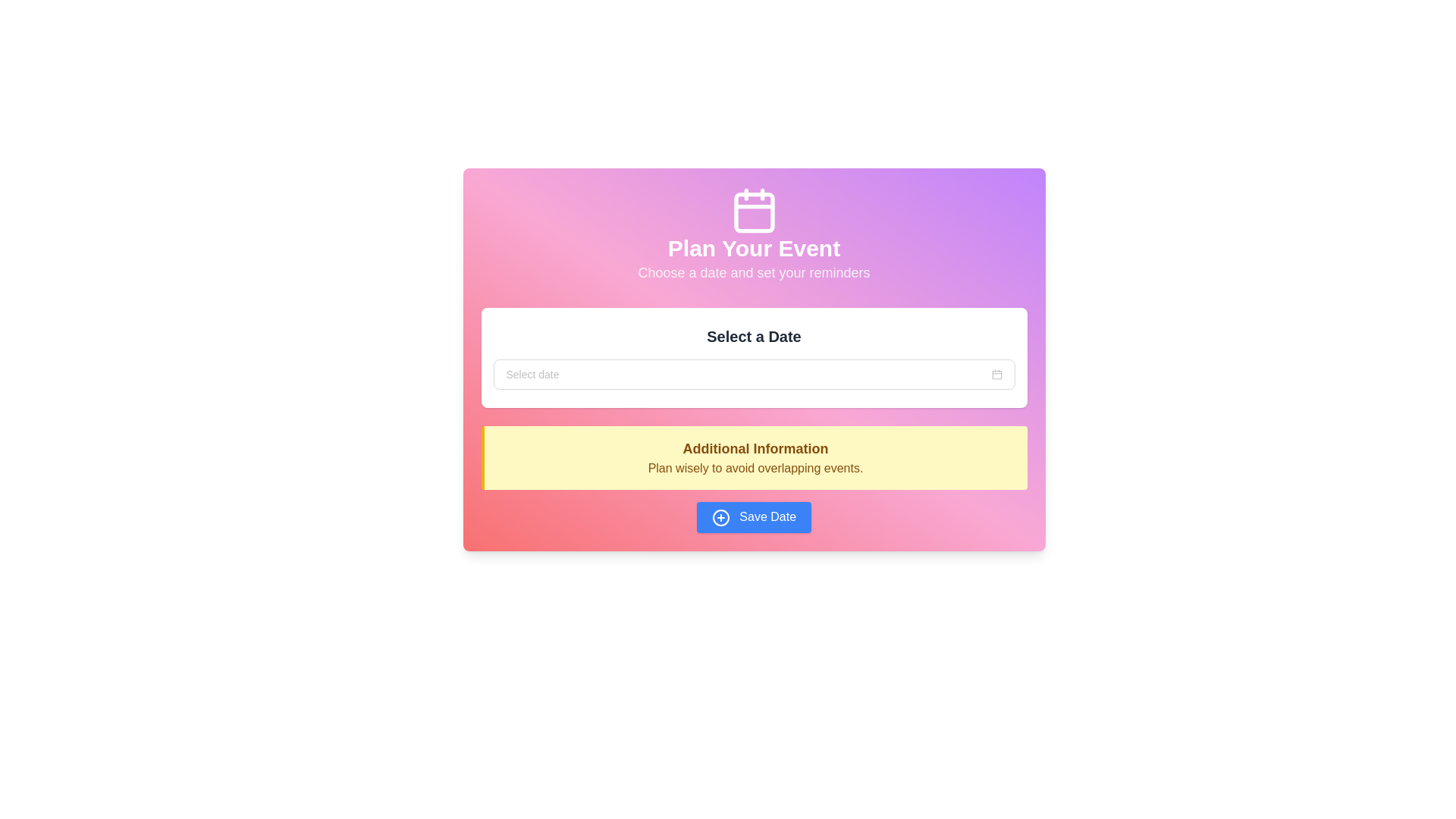 Image resolution: width=1456 pixels, height=819 pixels. What do you see at coordinates (754, 271) in the screenshot?
I see `the instructional Text label that provides guidance for selecting a date and setting reminders, located below the 'Plan Your Event' title` at bounding box center [754, 271].